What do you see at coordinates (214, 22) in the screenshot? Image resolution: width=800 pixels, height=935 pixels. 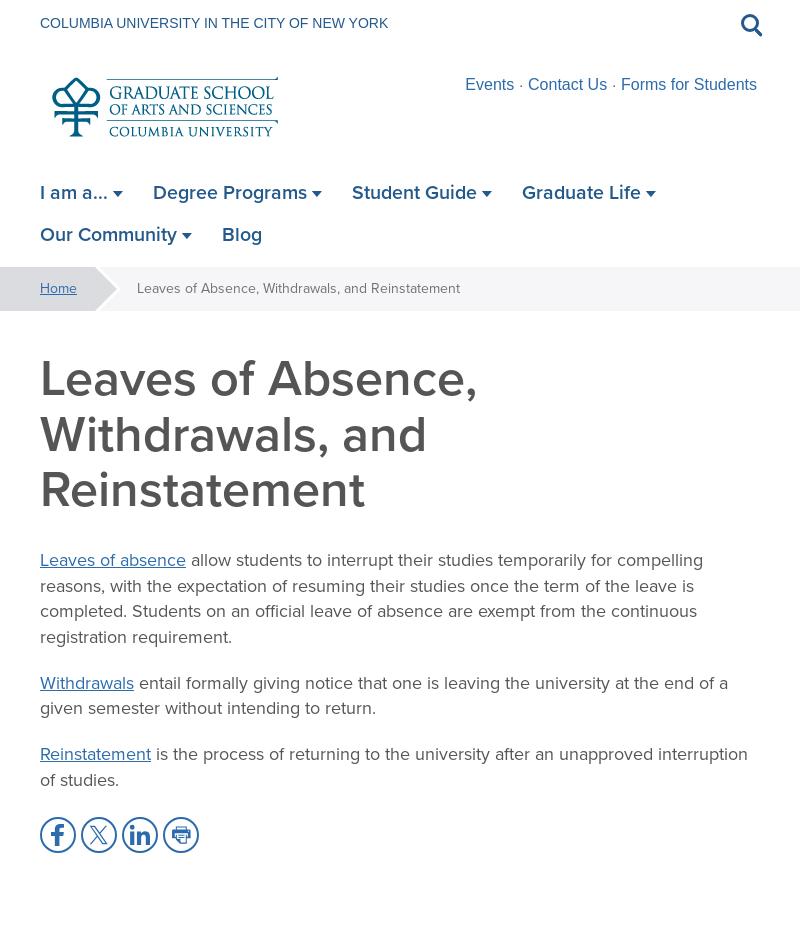 I see `'Columbia University in the City of New York'` at bounding box center [214, 22].